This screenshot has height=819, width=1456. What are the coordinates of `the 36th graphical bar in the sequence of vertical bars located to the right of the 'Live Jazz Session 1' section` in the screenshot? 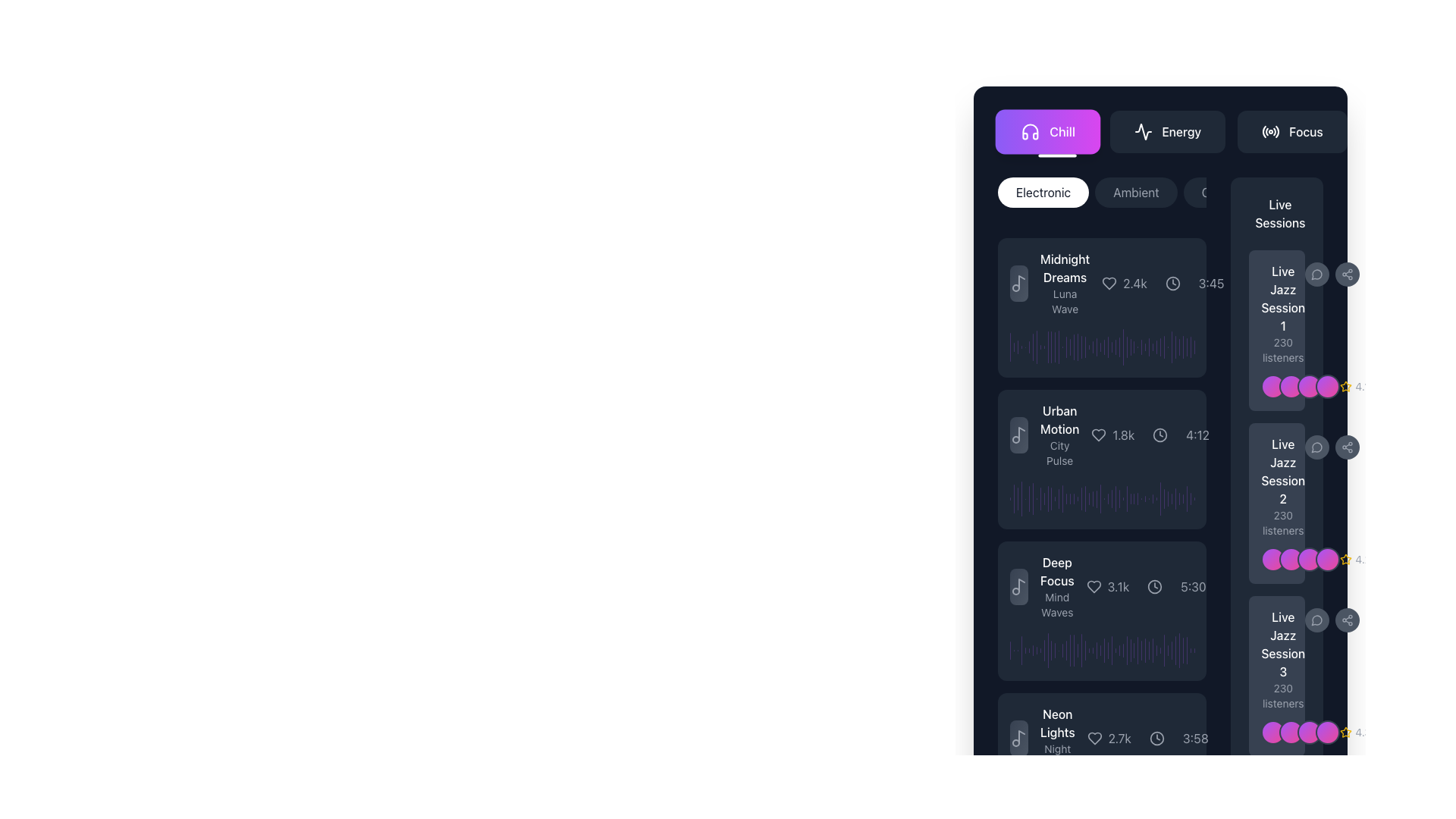 It's located at (1171, 347).